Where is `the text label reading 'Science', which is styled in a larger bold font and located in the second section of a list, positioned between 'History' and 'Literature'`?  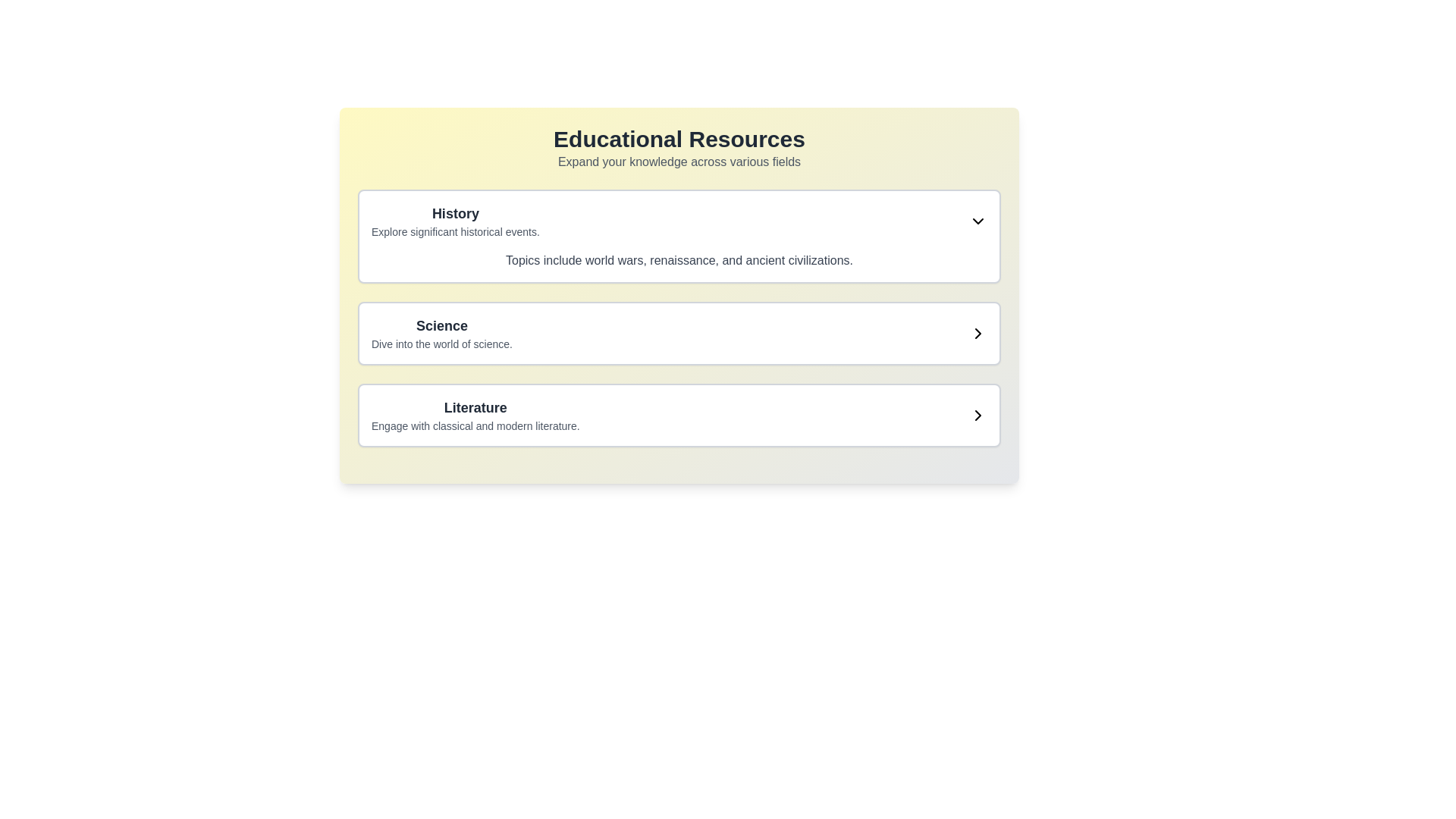 the text label reading 'Science', which is styled in a larger bold font and located in the second section of a list, positioned between 'History' and 'Literature' is located at coordinates (441, 325).